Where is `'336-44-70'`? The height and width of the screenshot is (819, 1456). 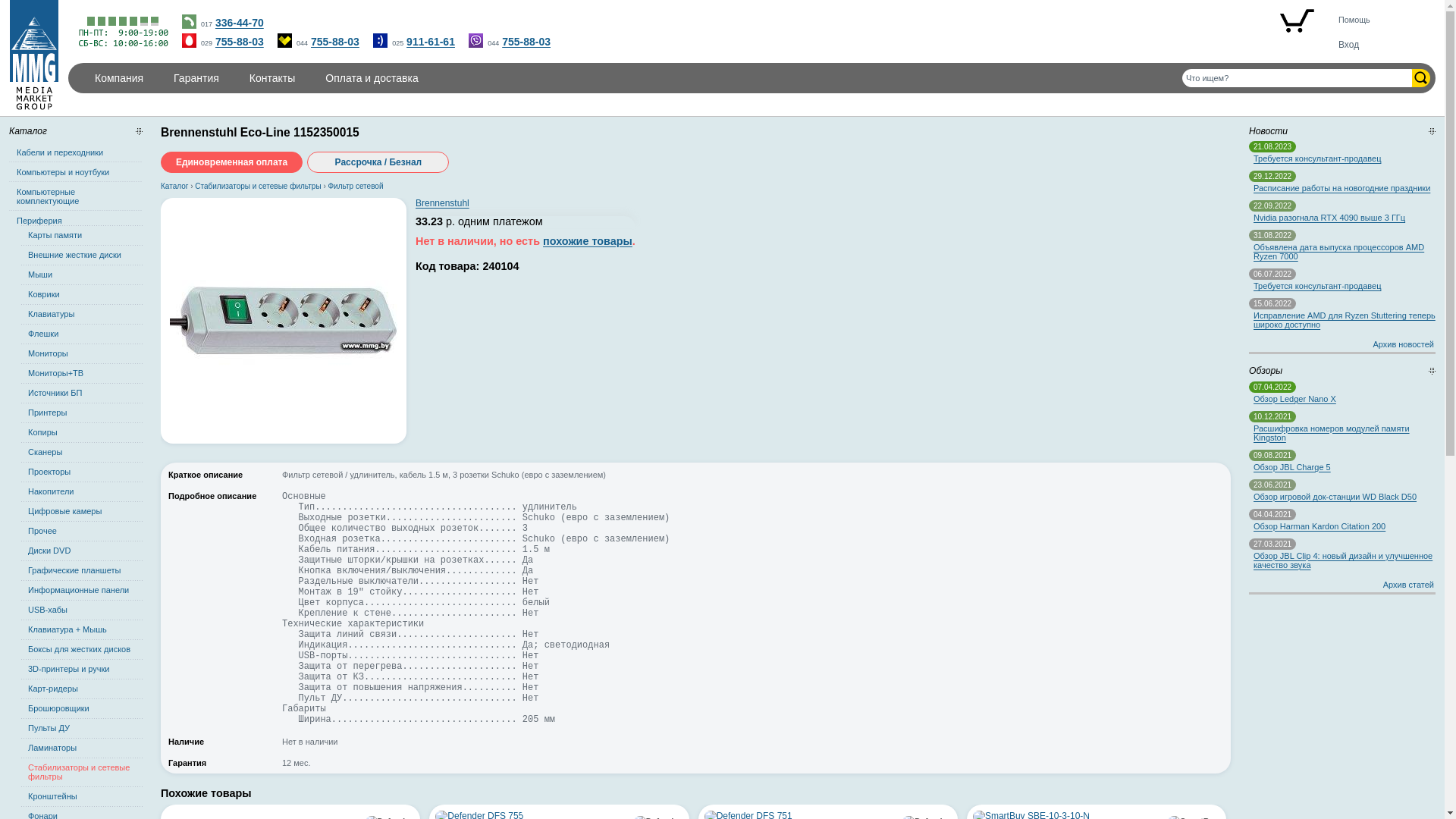
'336-44-70' is located at coordinates (239, 23).